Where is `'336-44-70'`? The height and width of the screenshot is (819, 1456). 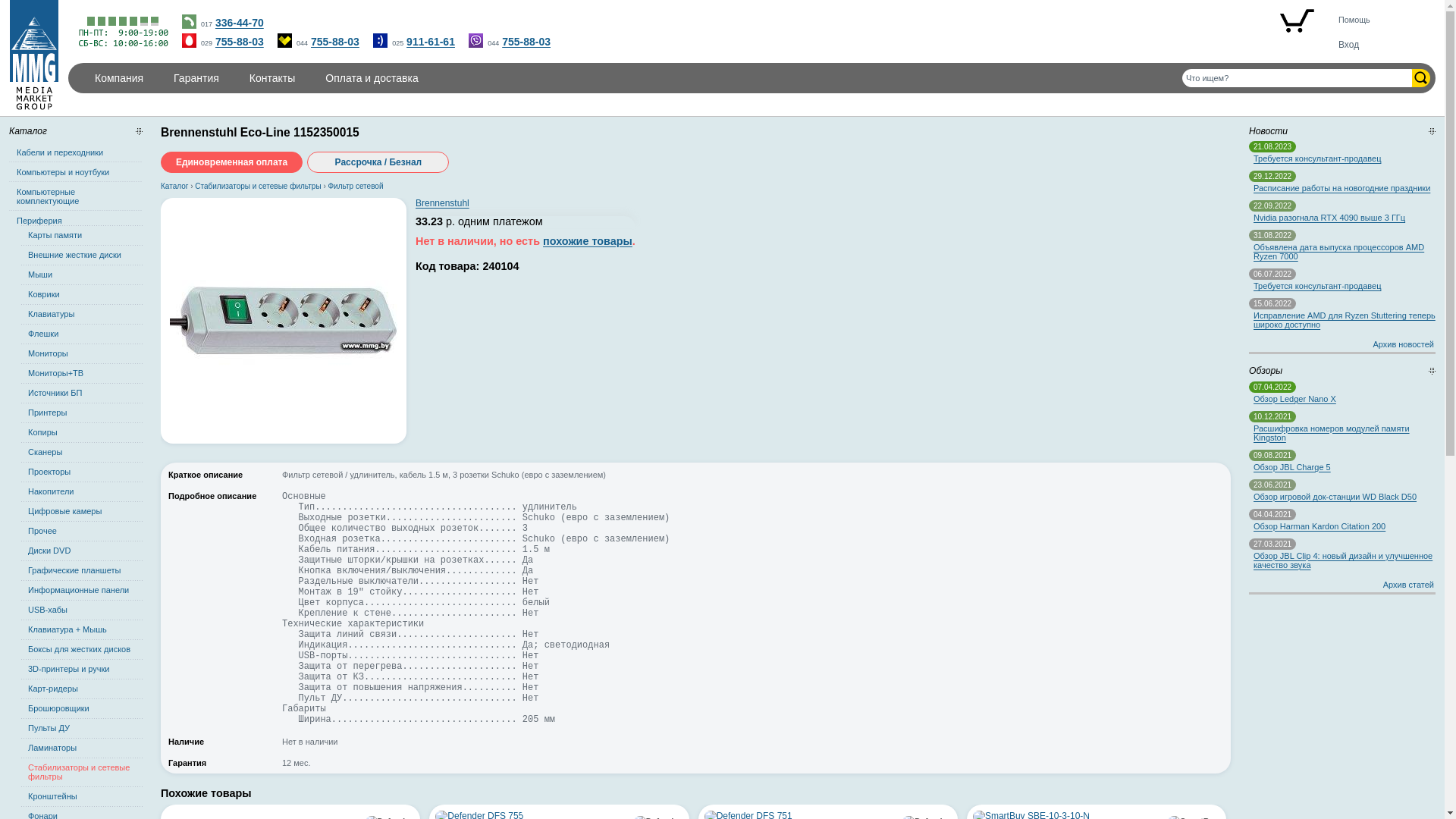
'336-44-70' is located at coordinates (239, 23).